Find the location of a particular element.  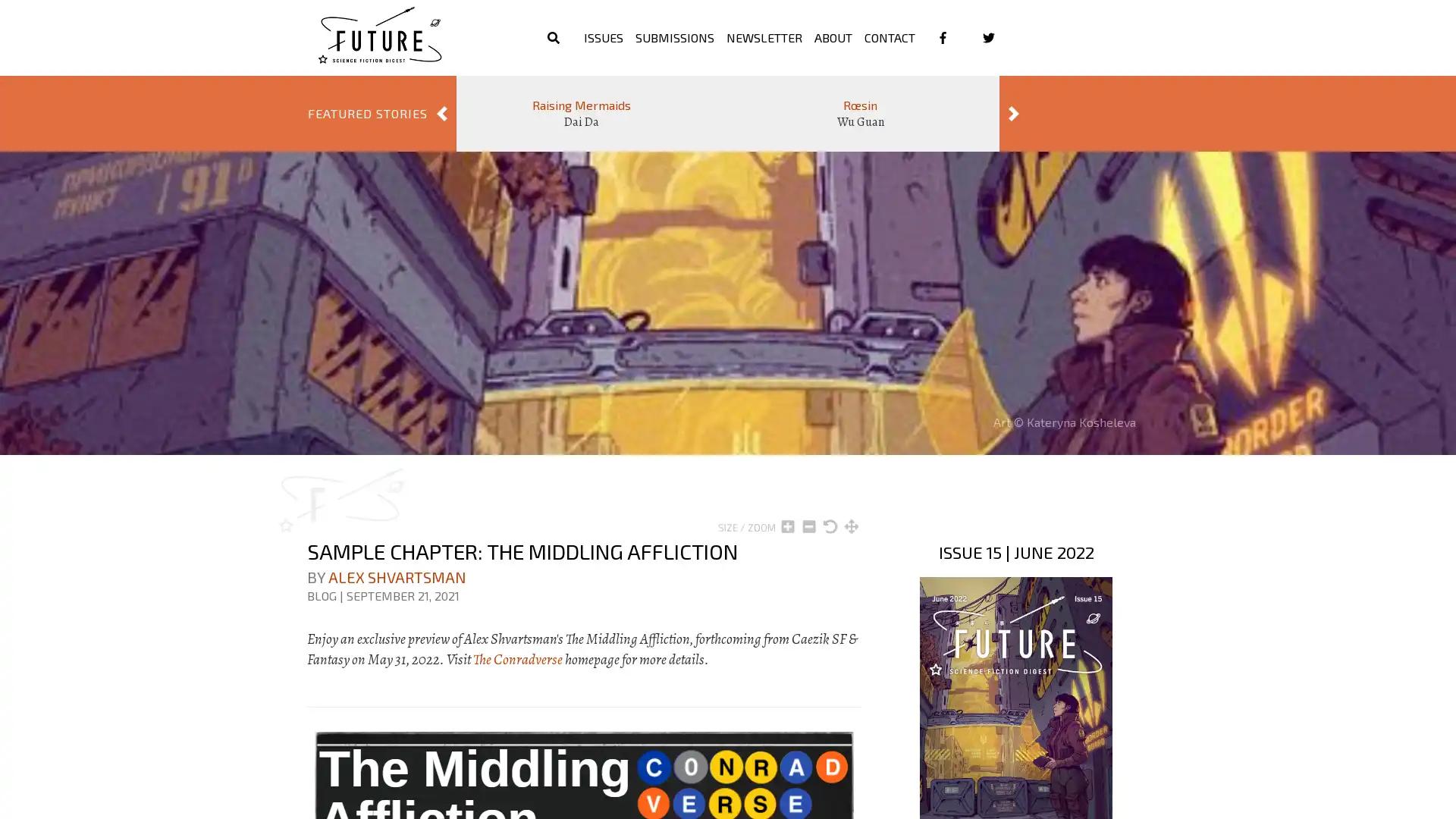

Previous is located at coordinates (441, 113).